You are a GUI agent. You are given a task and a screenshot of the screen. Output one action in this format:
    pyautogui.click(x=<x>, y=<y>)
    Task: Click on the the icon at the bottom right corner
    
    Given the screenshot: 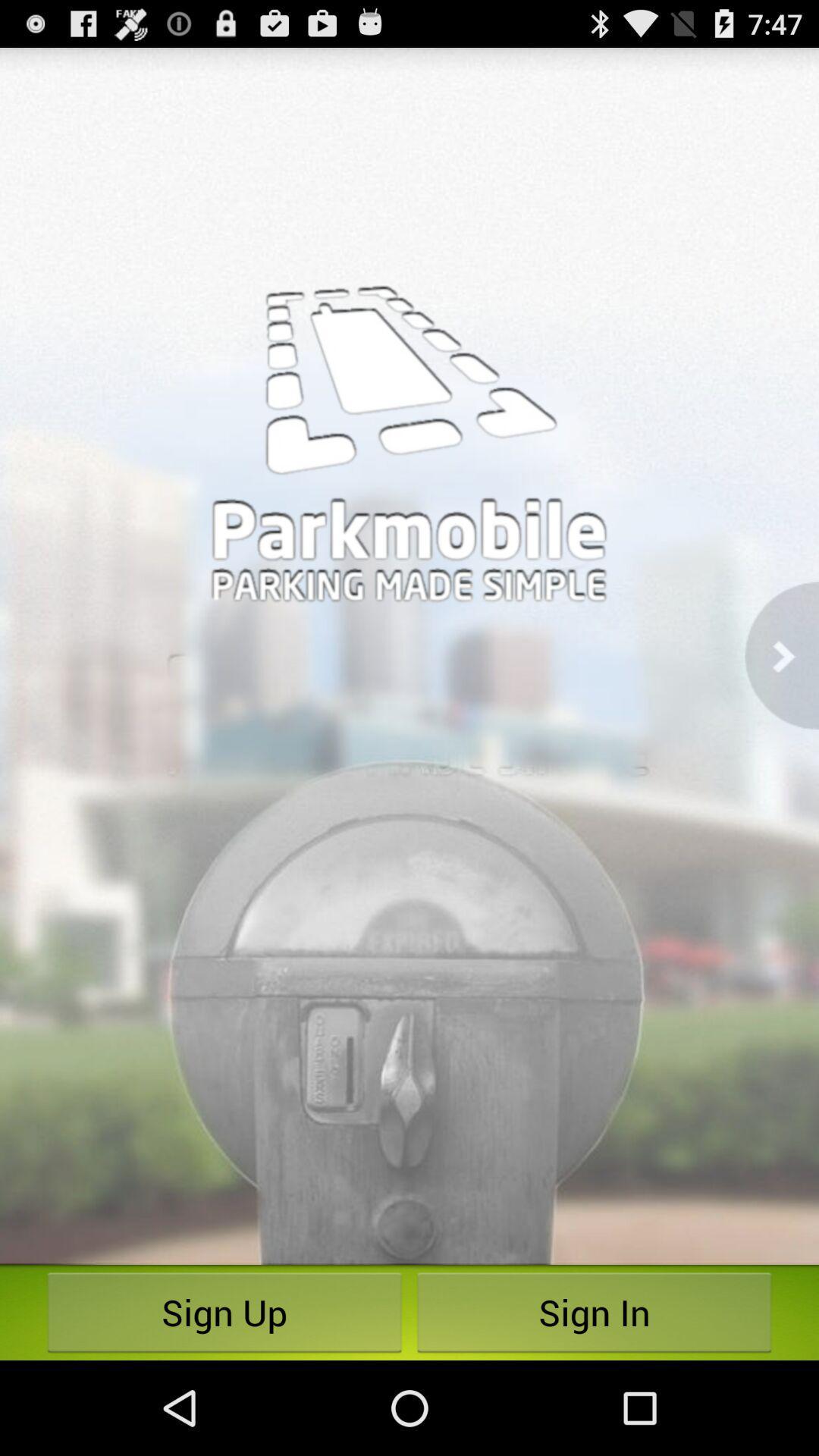 What is the action you would take?
    pyautogui.click(x=593, y=1312)
    